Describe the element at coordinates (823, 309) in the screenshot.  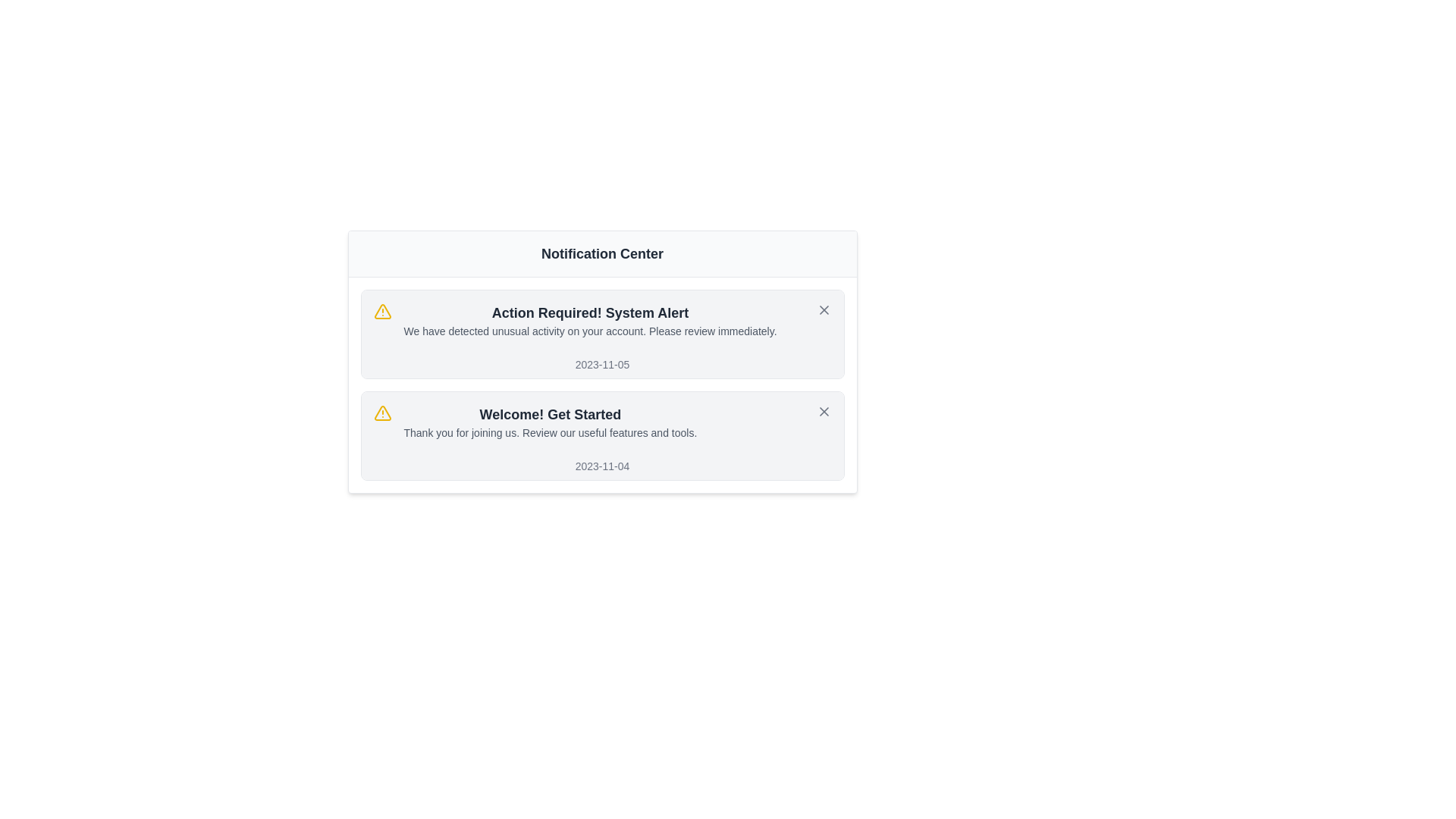
I see `the small diagonal cross ('X') icon located next to the notification entry in the notification center list` at that location.